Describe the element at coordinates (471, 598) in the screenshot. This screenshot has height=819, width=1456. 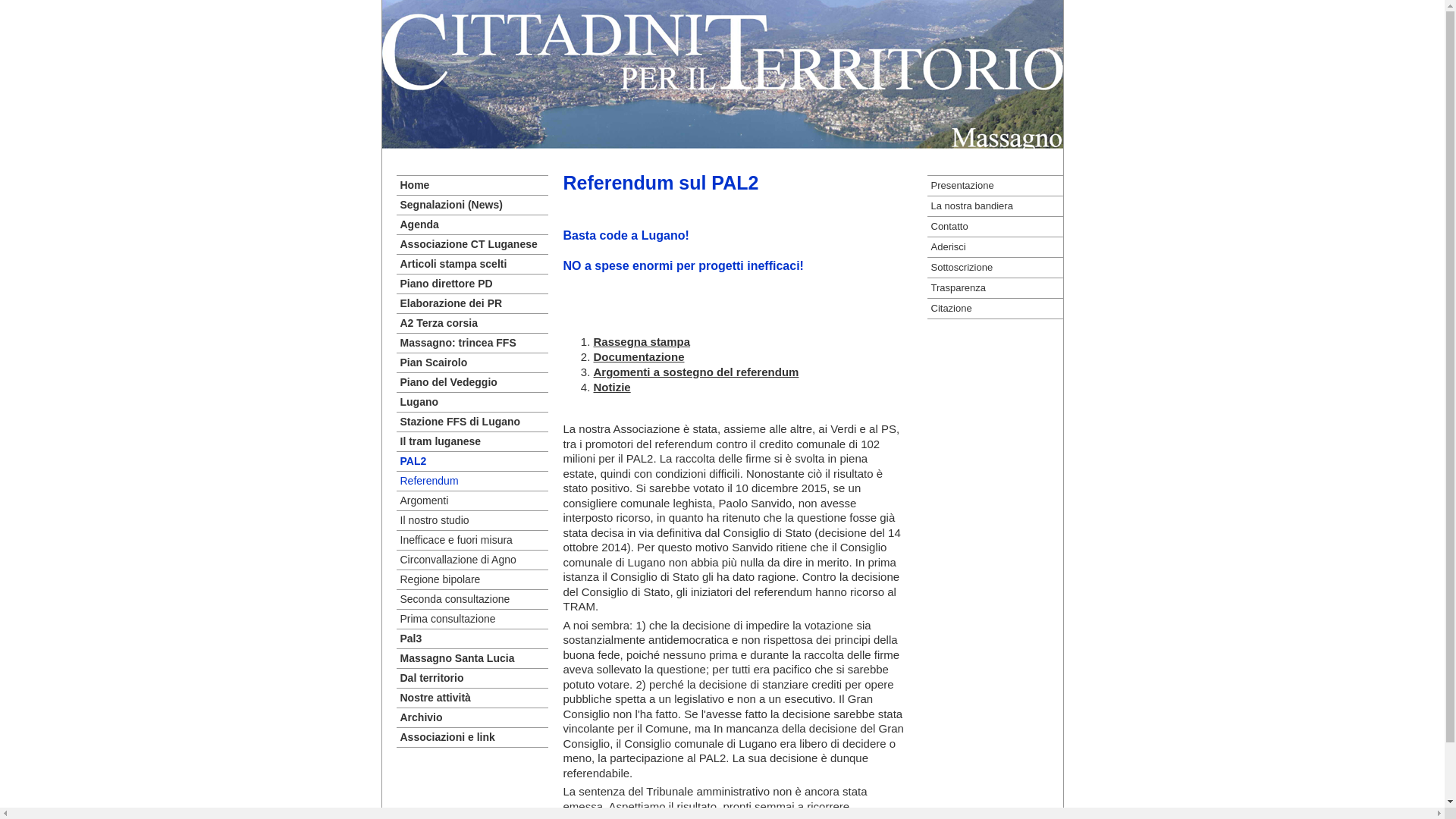
I see `'Seconda consultazione'` at that location.